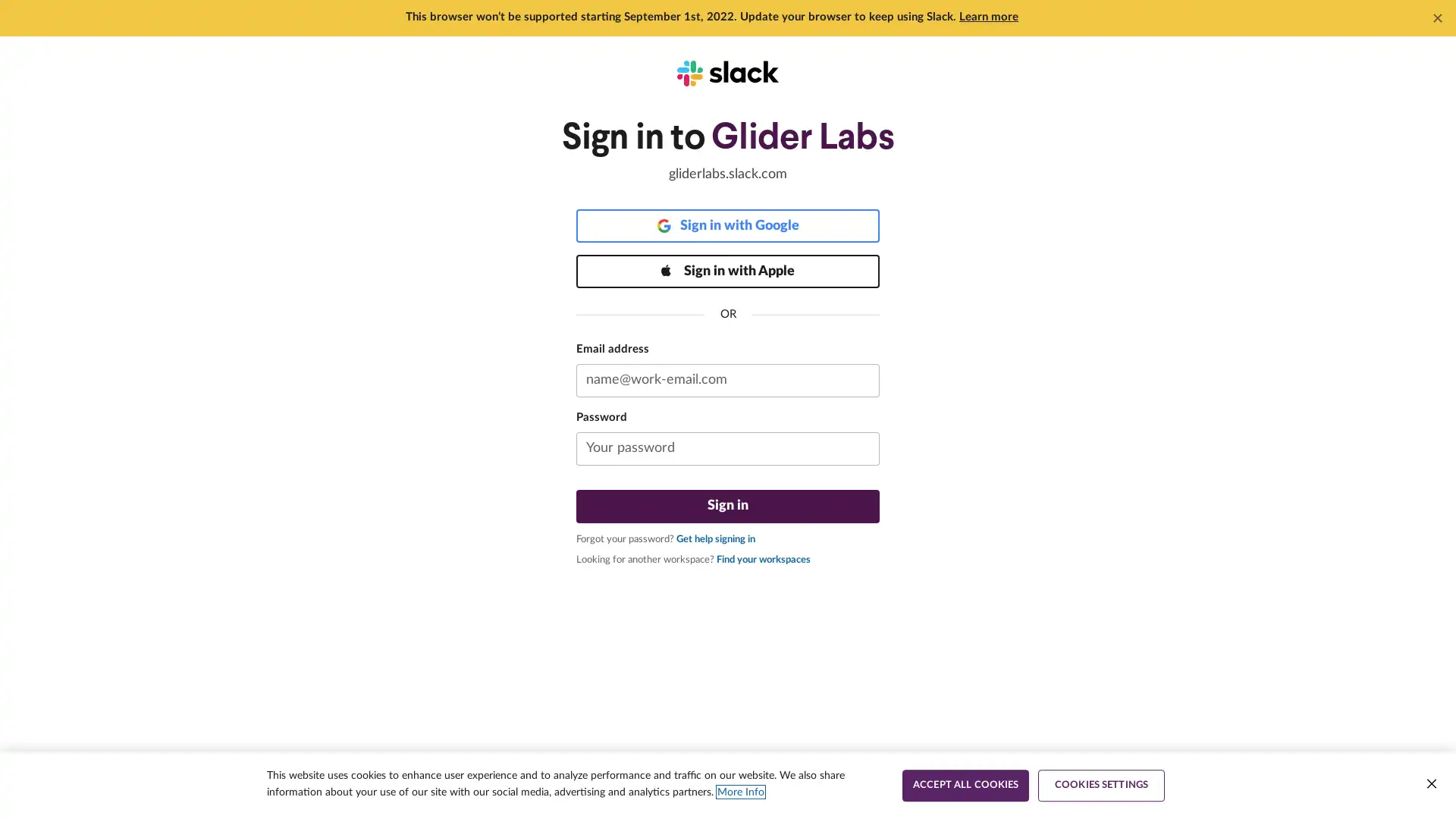  Describe the element at coordinates (1101, 785) in the screenshot. I see `COOKIES SETTINGS` at that location.